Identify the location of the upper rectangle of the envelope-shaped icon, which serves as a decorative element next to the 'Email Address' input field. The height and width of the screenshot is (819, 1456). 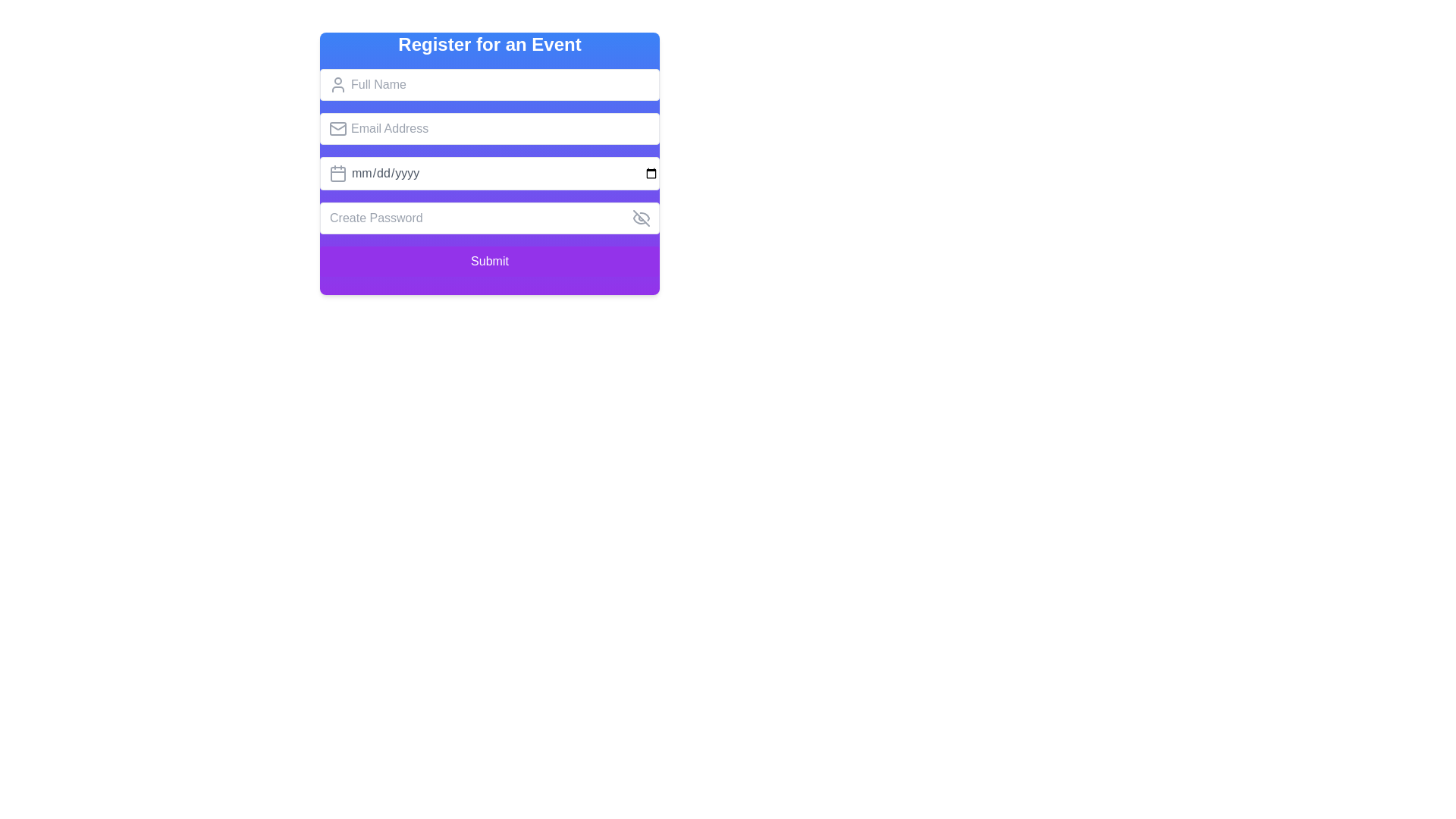
(337, 127).